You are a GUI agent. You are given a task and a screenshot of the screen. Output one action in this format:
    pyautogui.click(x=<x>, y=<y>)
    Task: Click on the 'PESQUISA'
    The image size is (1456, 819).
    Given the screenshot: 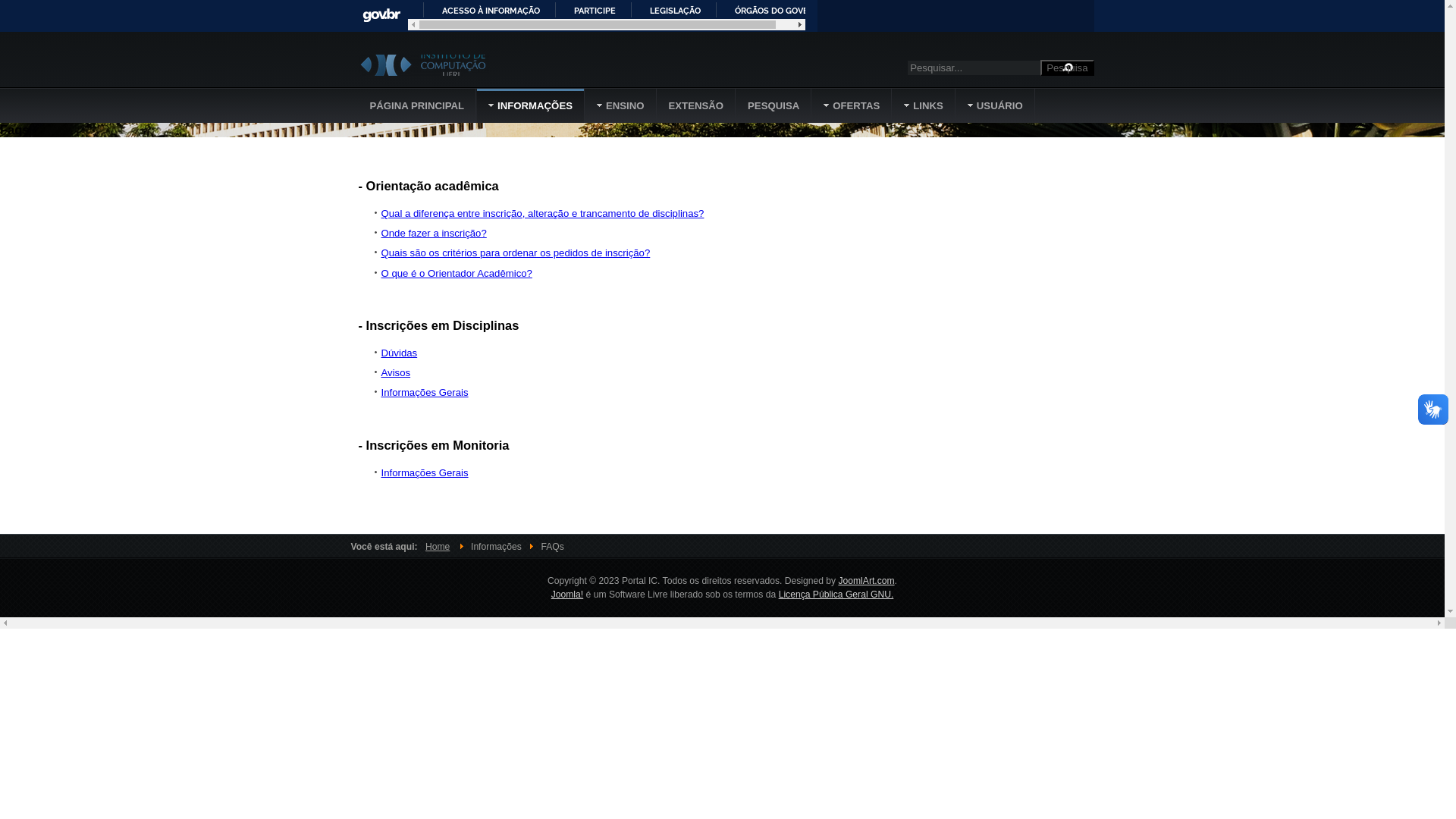 What is the action you would take?
    pyautogui.click(x=736, y=105)
    